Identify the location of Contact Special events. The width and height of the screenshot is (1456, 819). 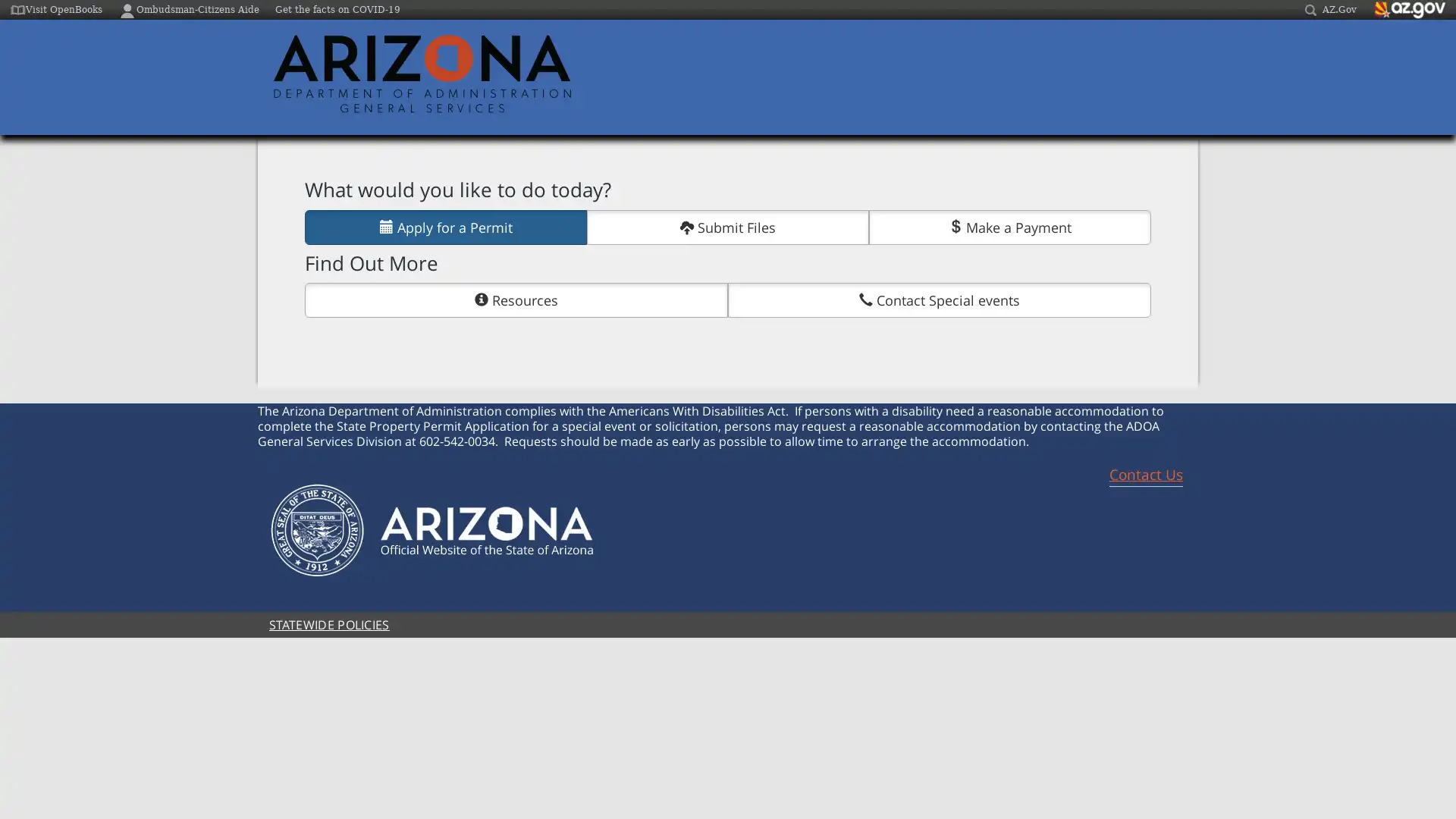
(938, 300).